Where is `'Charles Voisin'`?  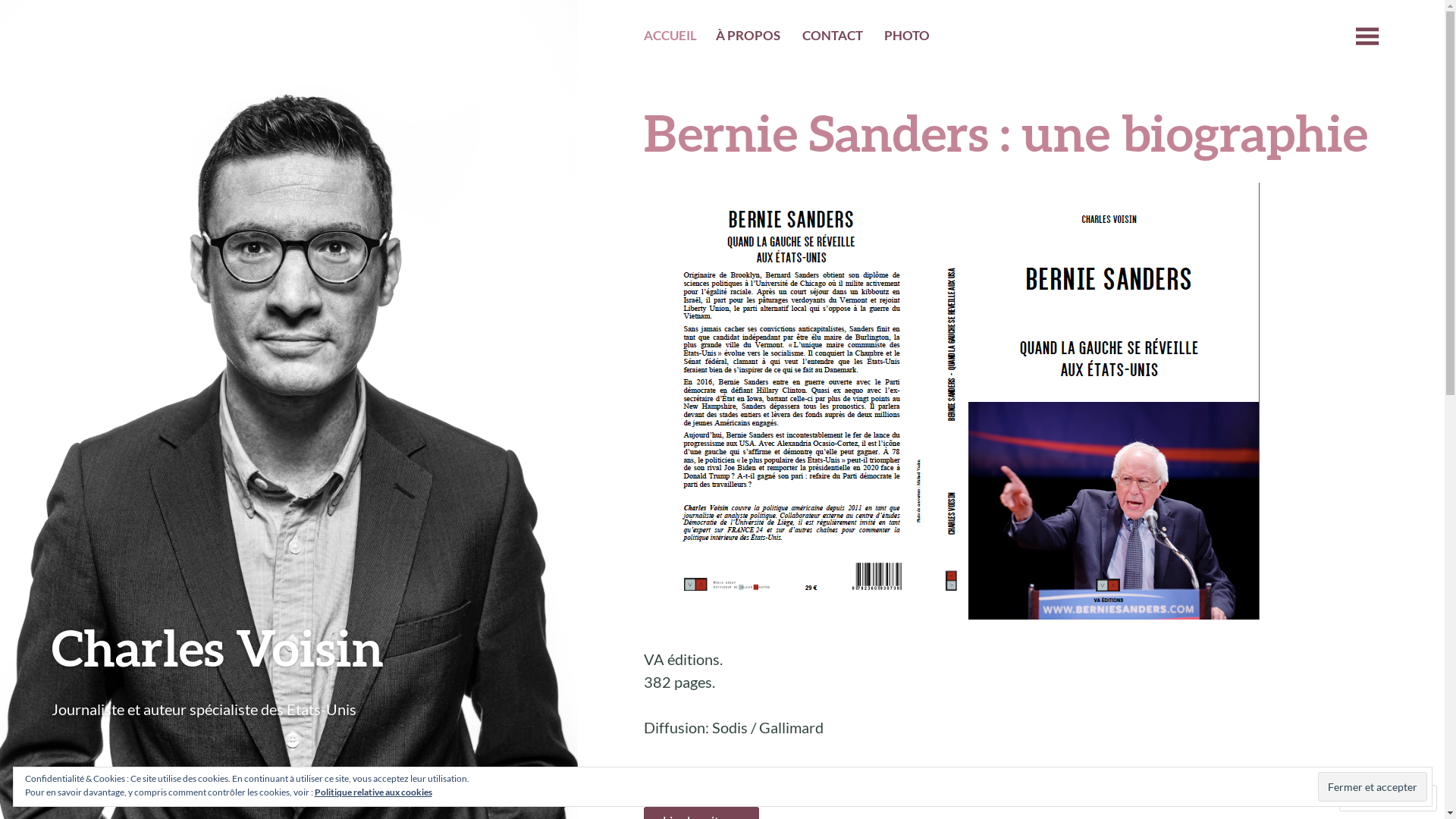
'Charles Voisin' is located at coordinates (217, 647).